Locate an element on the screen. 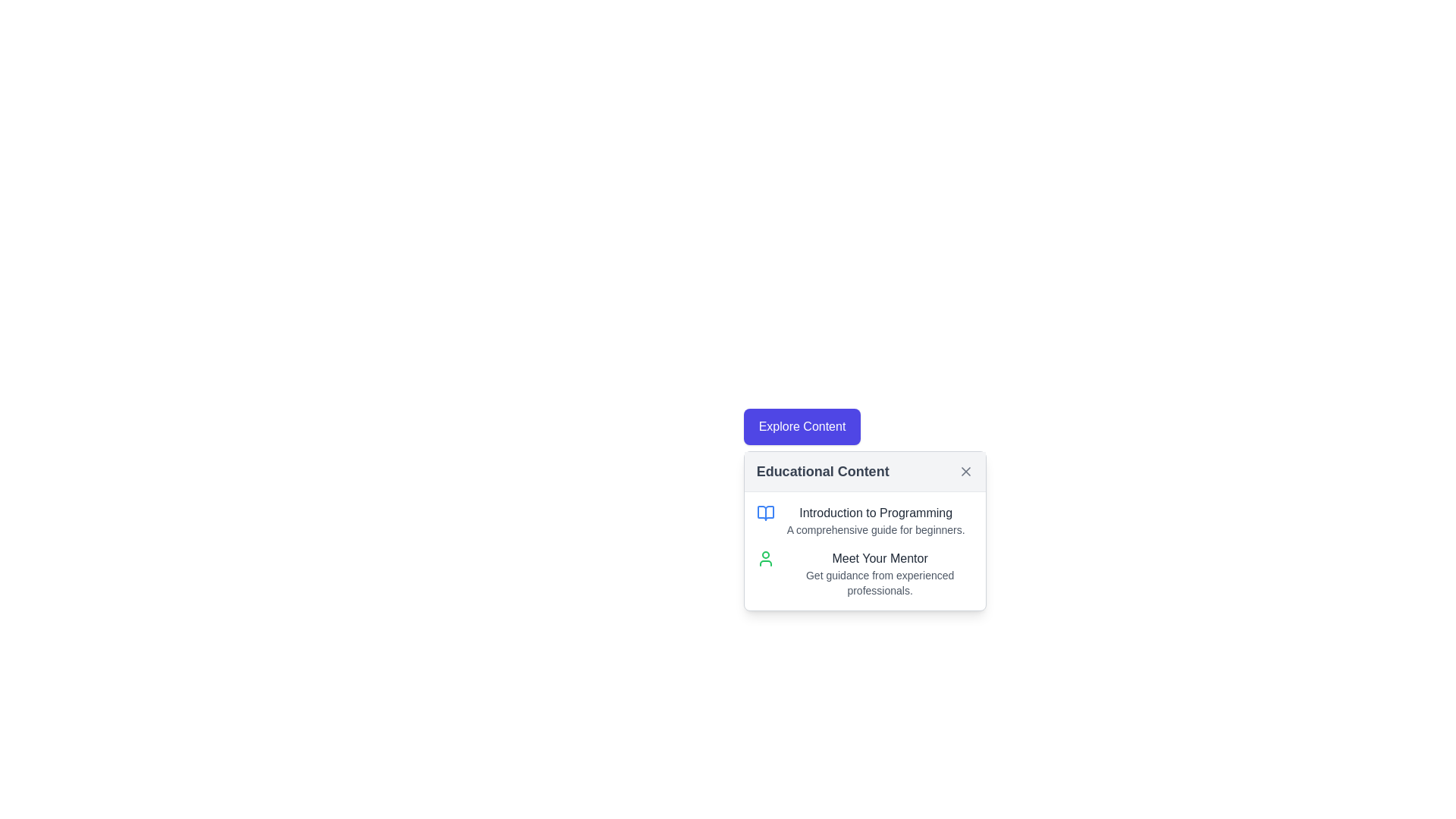  text from the Text Label that serves as a title or header for the mentorship content, located near the bottom of the pop-up box is located at coordinates (880, 558).